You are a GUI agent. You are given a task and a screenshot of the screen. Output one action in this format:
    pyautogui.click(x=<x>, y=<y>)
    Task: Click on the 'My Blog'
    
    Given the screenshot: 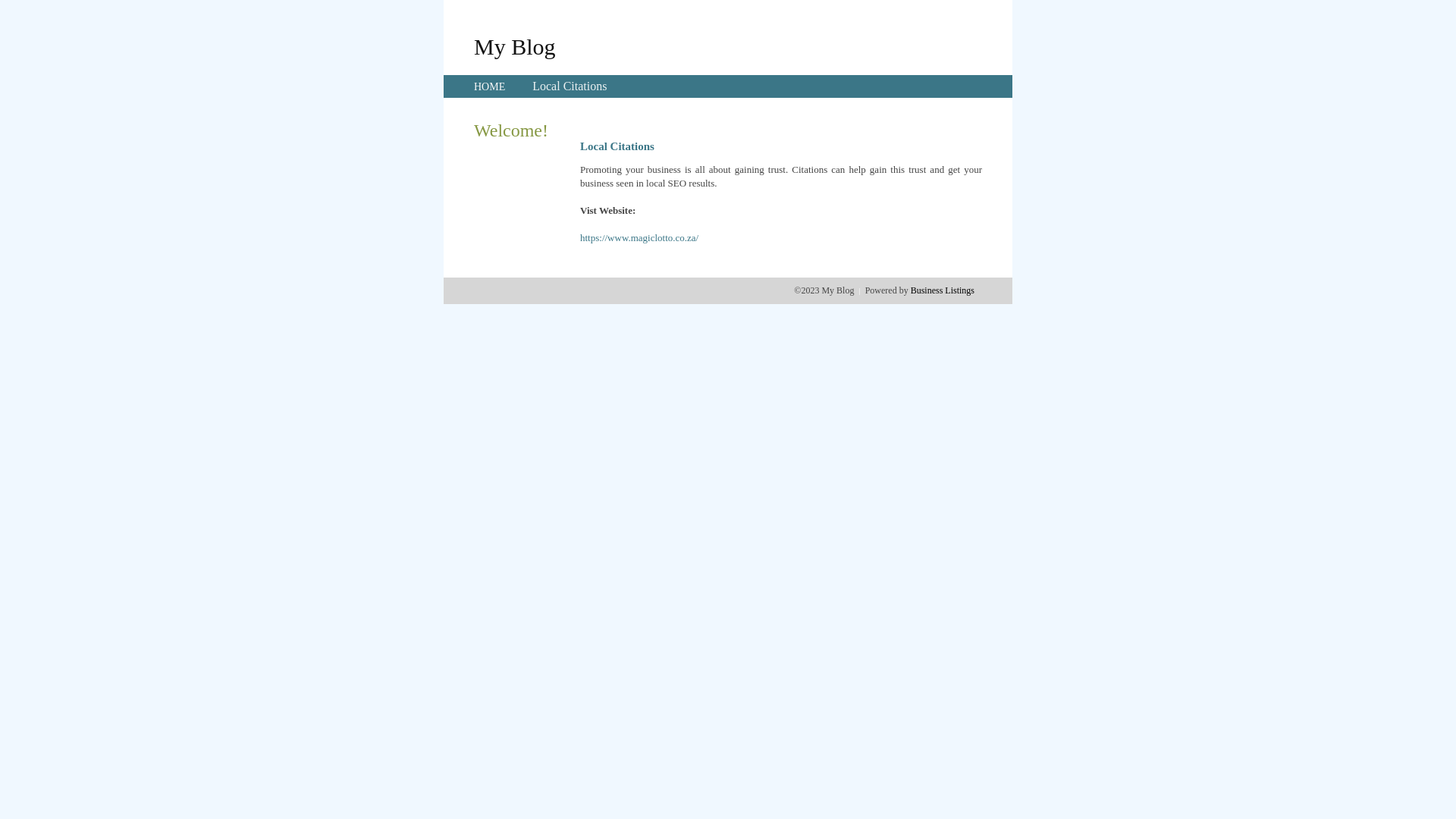 What is the action you would take?
    pyautogui.click(x=472, y=45)
    